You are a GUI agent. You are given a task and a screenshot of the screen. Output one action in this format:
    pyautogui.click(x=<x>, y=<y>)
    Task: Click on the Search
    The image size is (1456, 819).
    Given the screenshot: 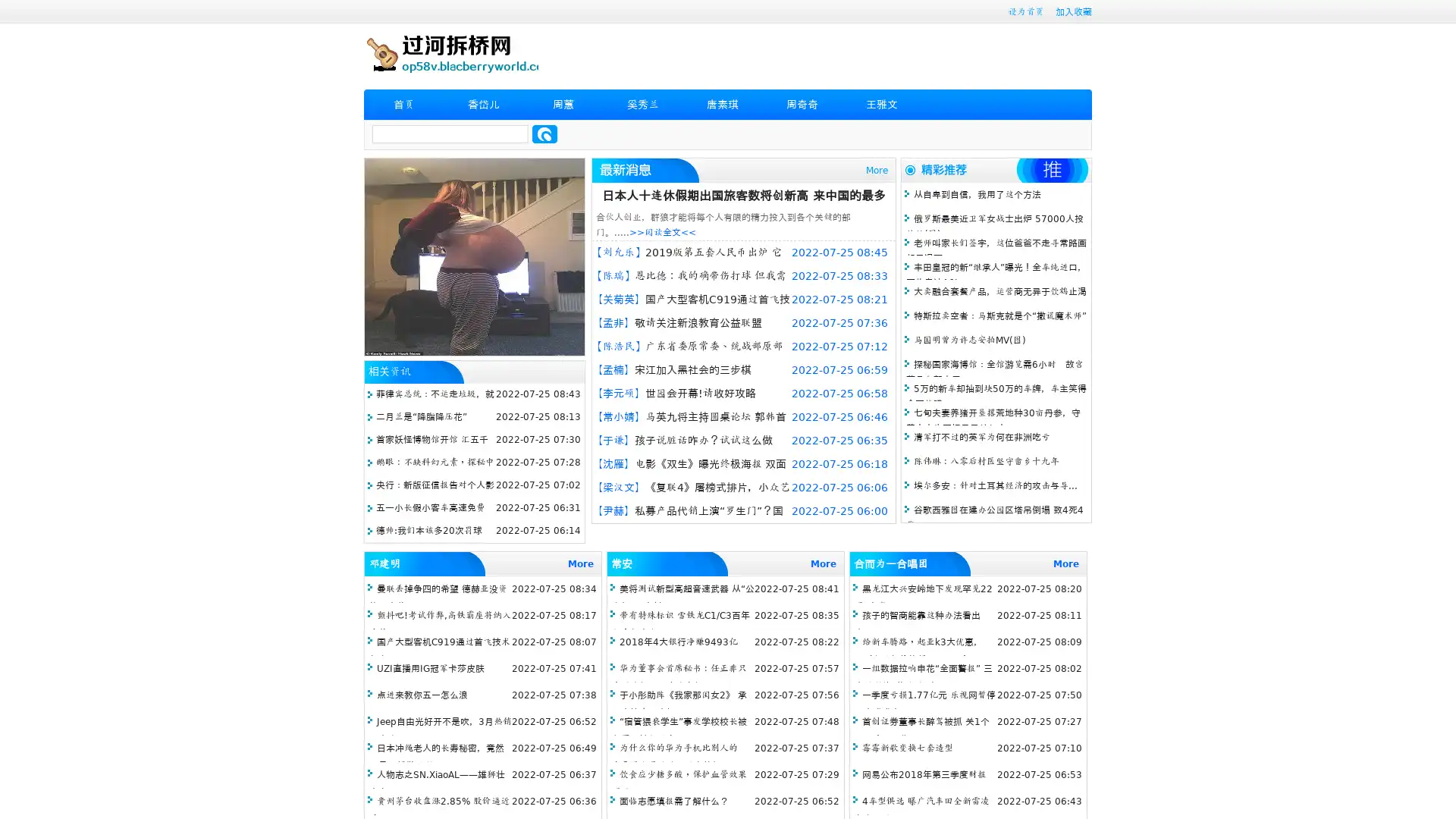 What is the action you would take?
    pyautogui.click(x=544, y=133)
    